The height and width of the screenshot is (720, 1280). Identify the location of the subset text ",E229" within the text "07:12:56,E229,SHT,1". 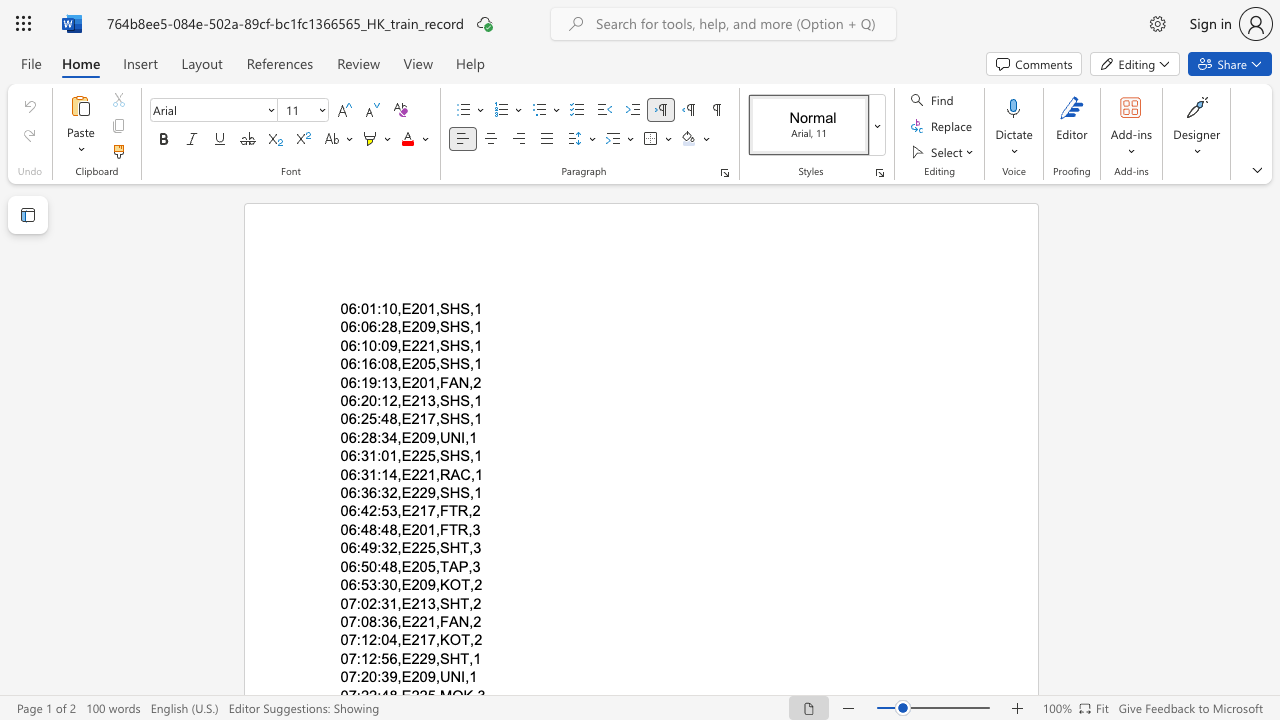
(397, 658).